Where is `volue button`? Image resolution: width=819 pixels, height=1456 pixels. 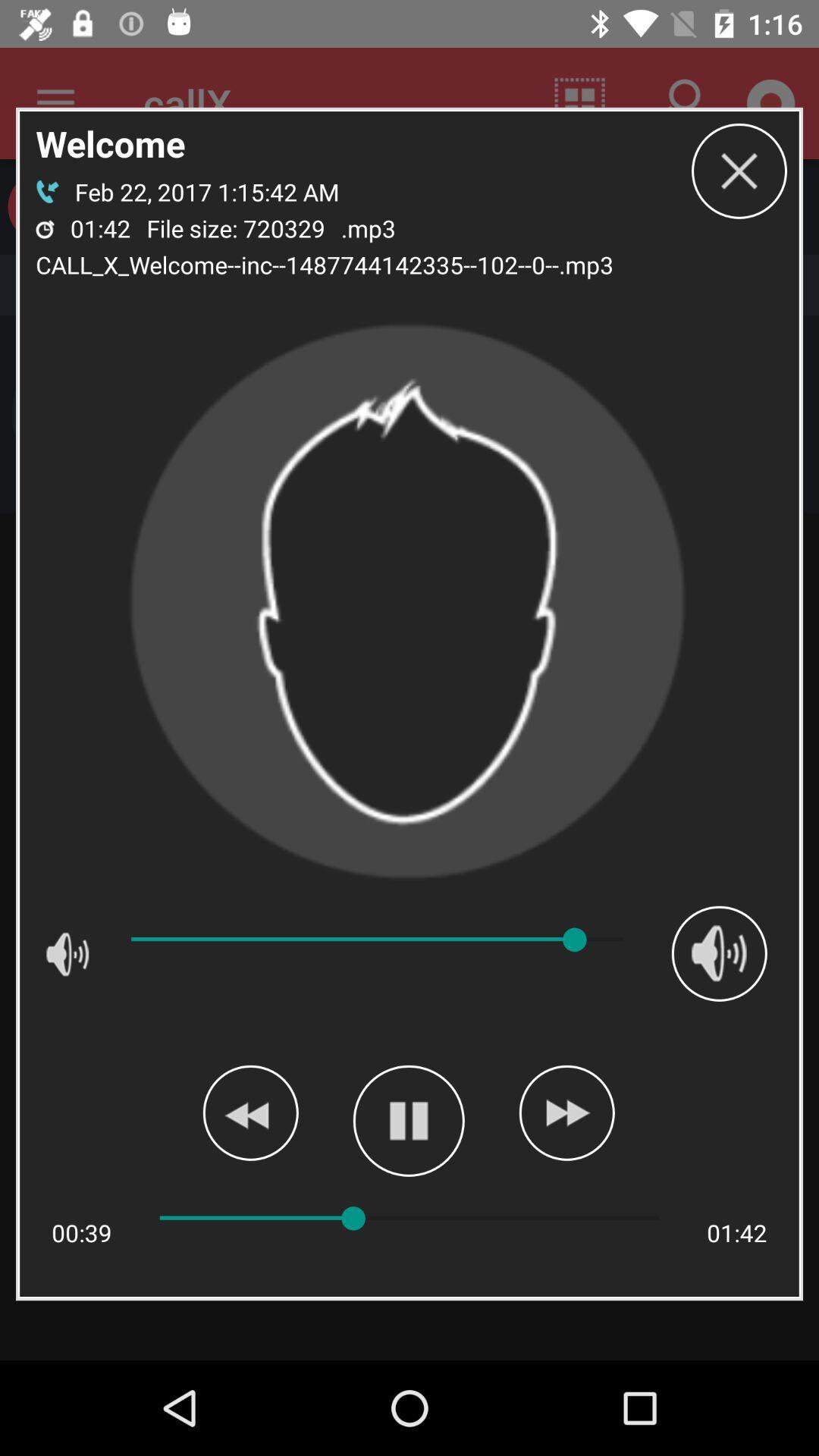 volue button is located at coordinates (718, 952).